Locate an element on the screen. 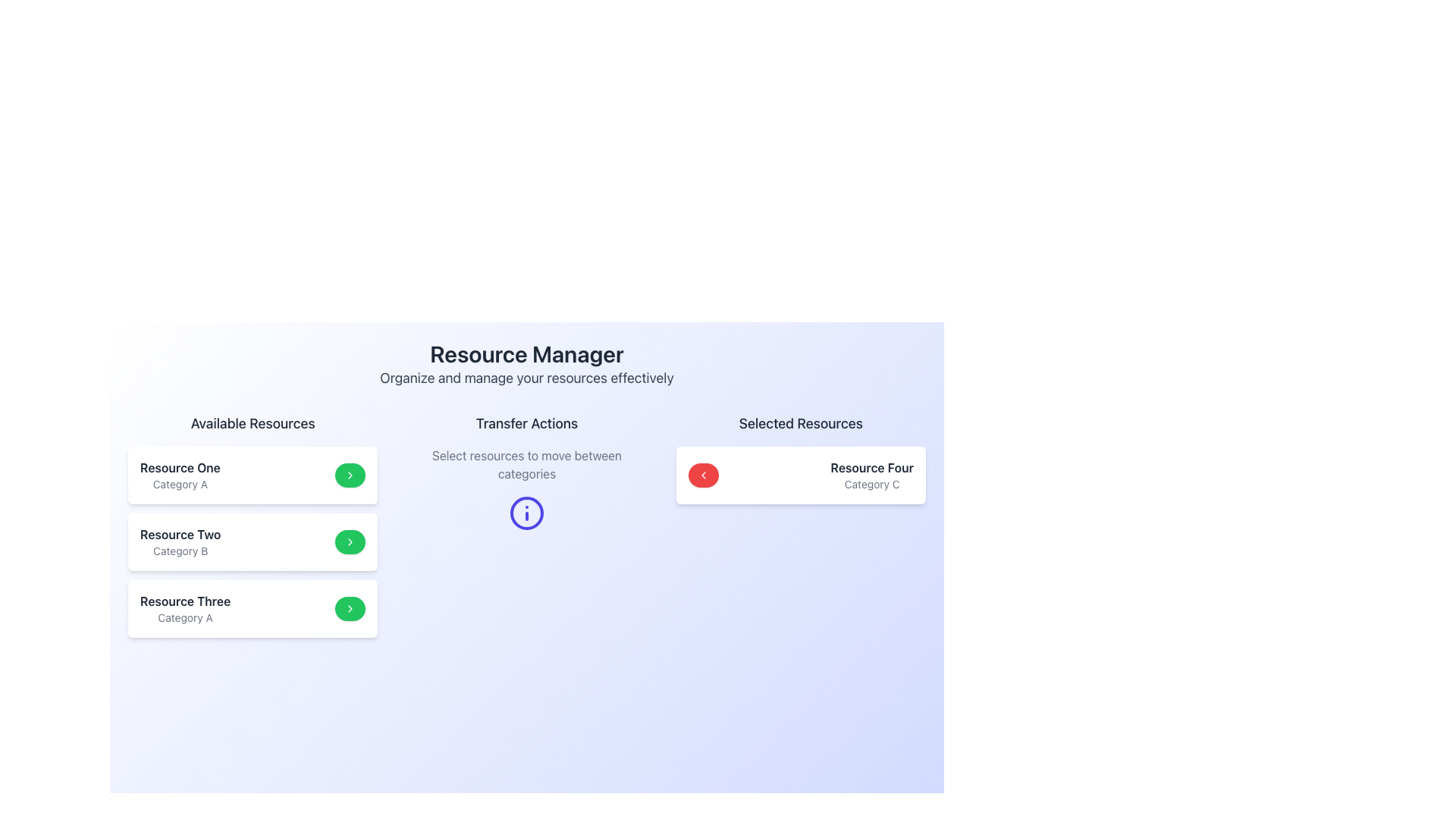  the text label displaying 'Resource Two' in bold, dark gray font, located in the 'Available Resources' section, second row between 'Resource One' and 'Resource Three' is located at coordinates (180, 534).